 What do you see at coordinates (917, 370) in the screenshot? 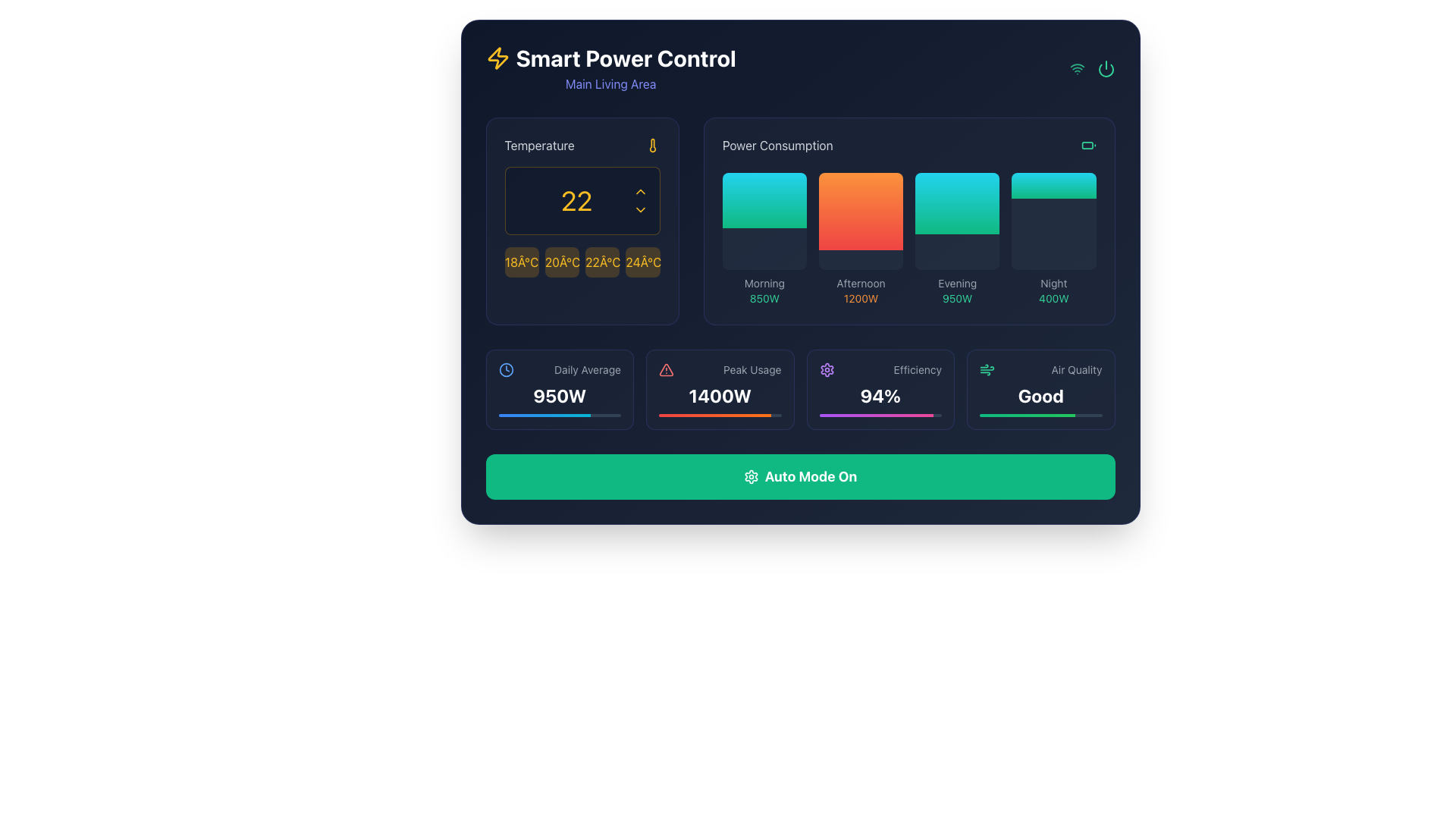
I see `the Label Text displaying 'Efficiency', which is styled in gray and located above the '94%' percentage indicator within a dark-colored panel` at bounding box center [917, 370].